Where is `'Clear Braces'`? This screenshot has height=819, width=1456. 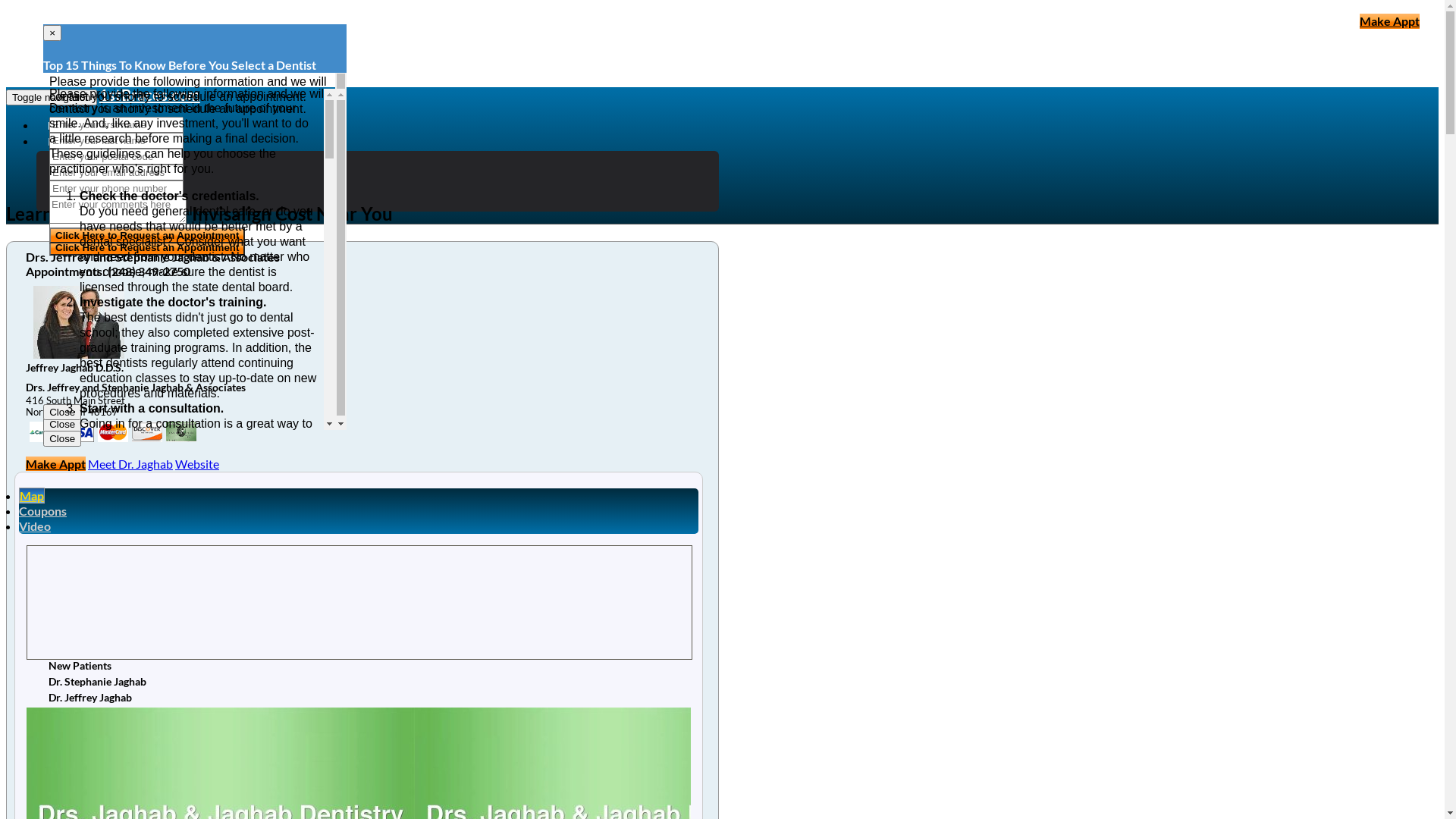 'Clear Braces' is located at coordinates (98, 187).